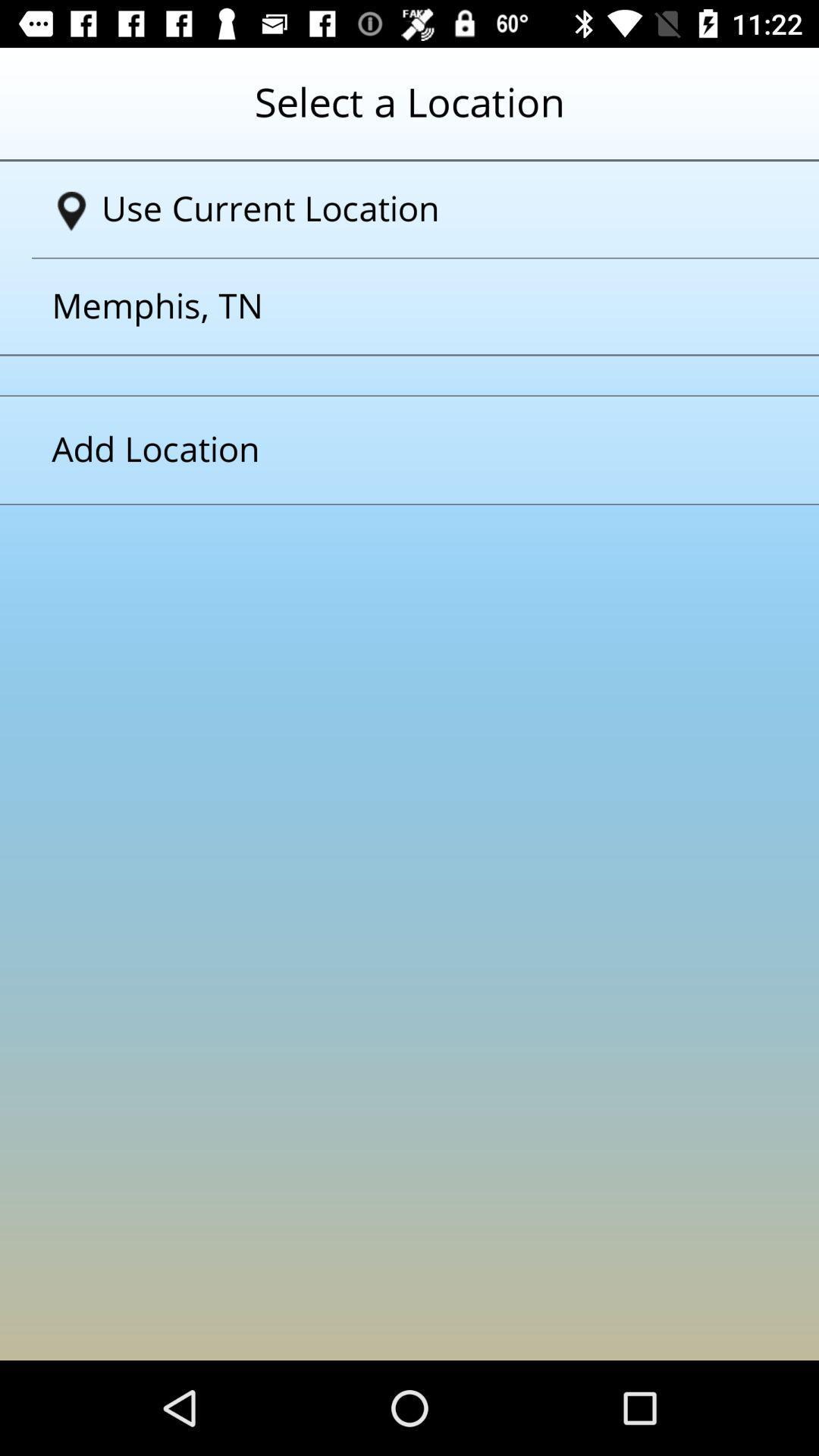  Describe the element at coordinates (390, 306) in the screenshot. I see `the text above add location` at that location.